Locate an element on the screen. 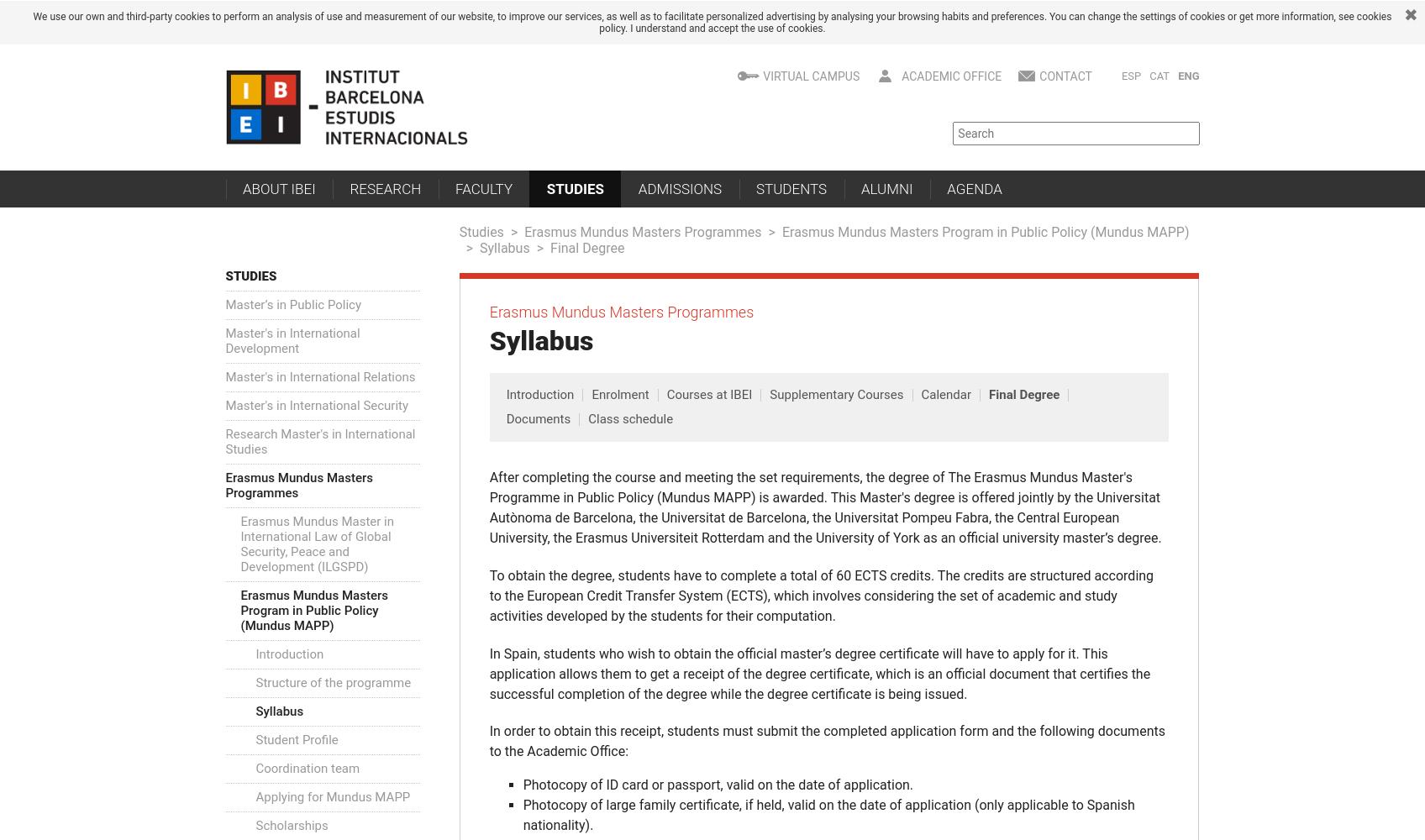  'Documents' is located at coordinates (506, 417).